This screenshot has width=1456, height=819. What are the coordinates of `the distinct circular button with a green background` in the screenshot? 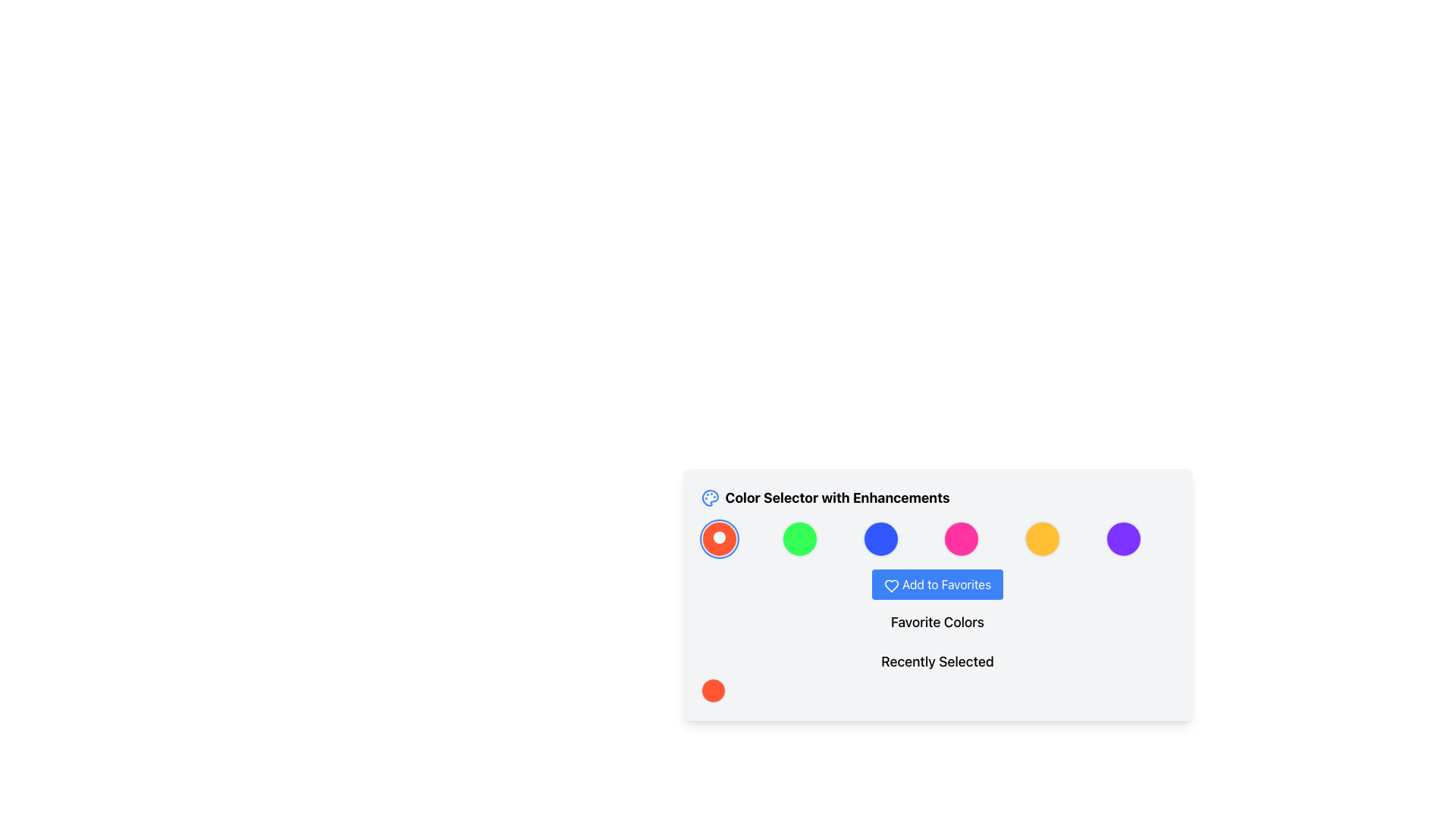 It's located at (799, 538).